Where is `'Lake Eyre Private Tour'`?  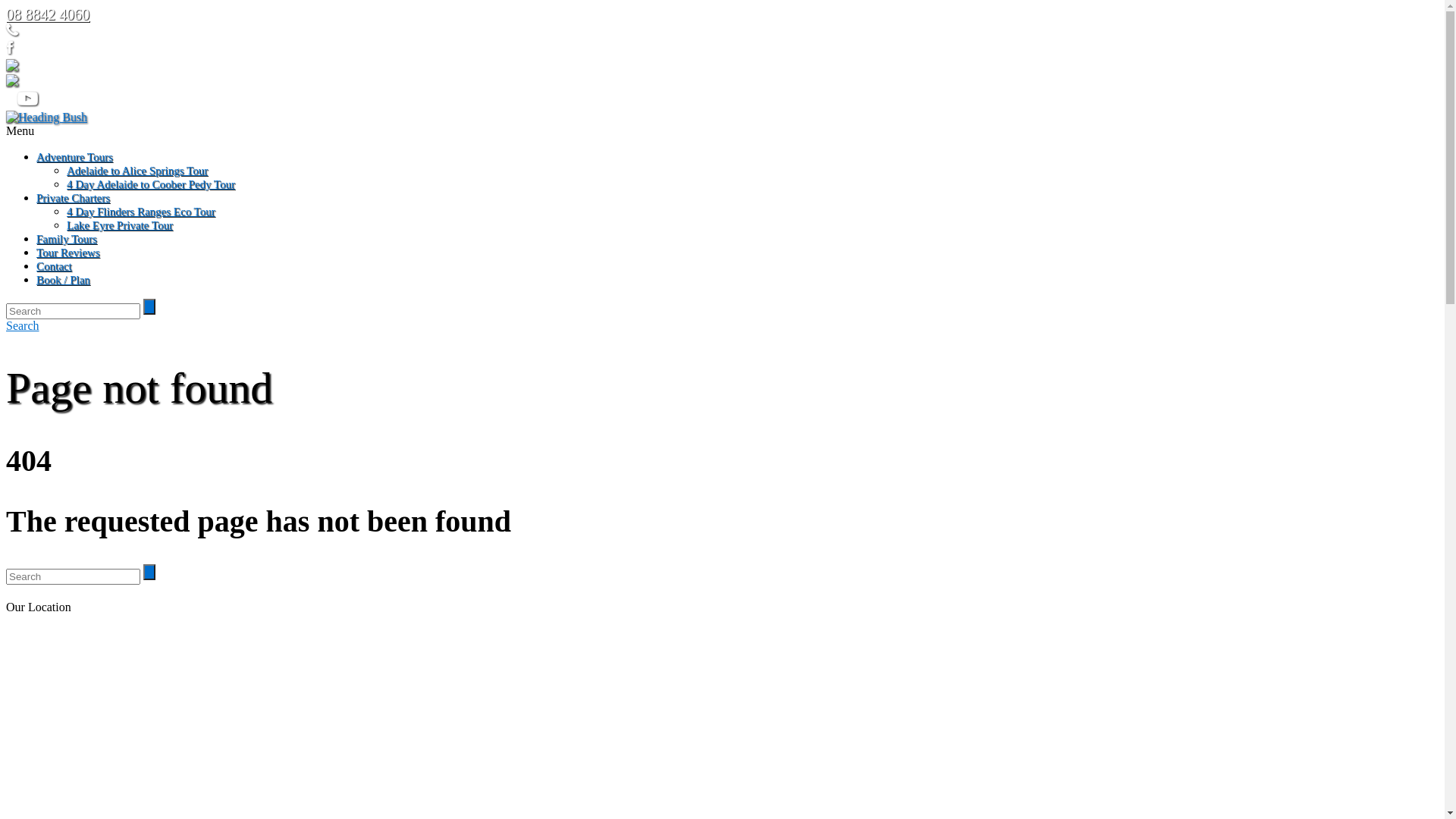 'Lake Eyre Private Tour' is located at coordinates (119, 225).